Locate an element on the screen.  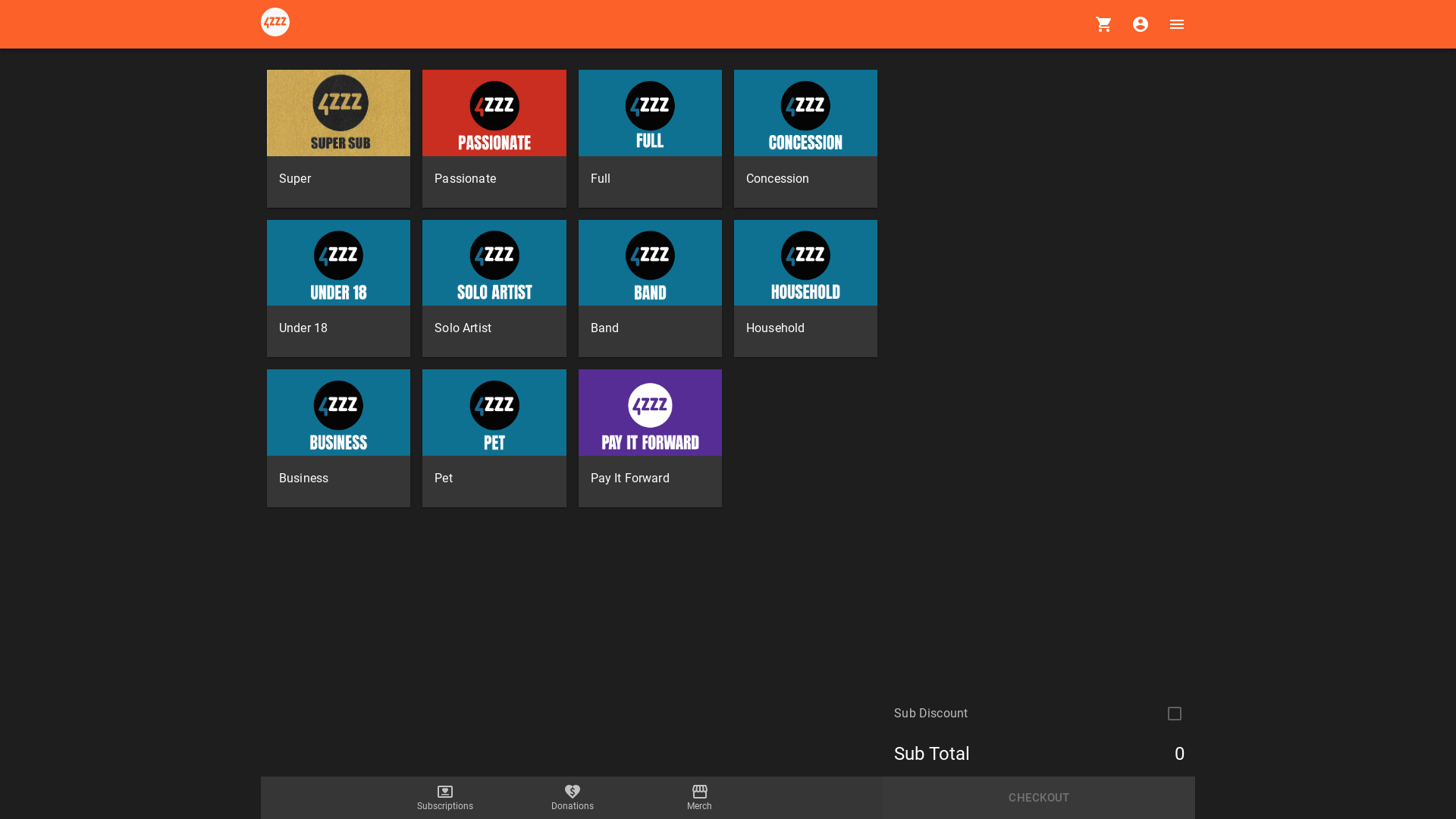
'Under 18' is located at coordinates (337, 289).